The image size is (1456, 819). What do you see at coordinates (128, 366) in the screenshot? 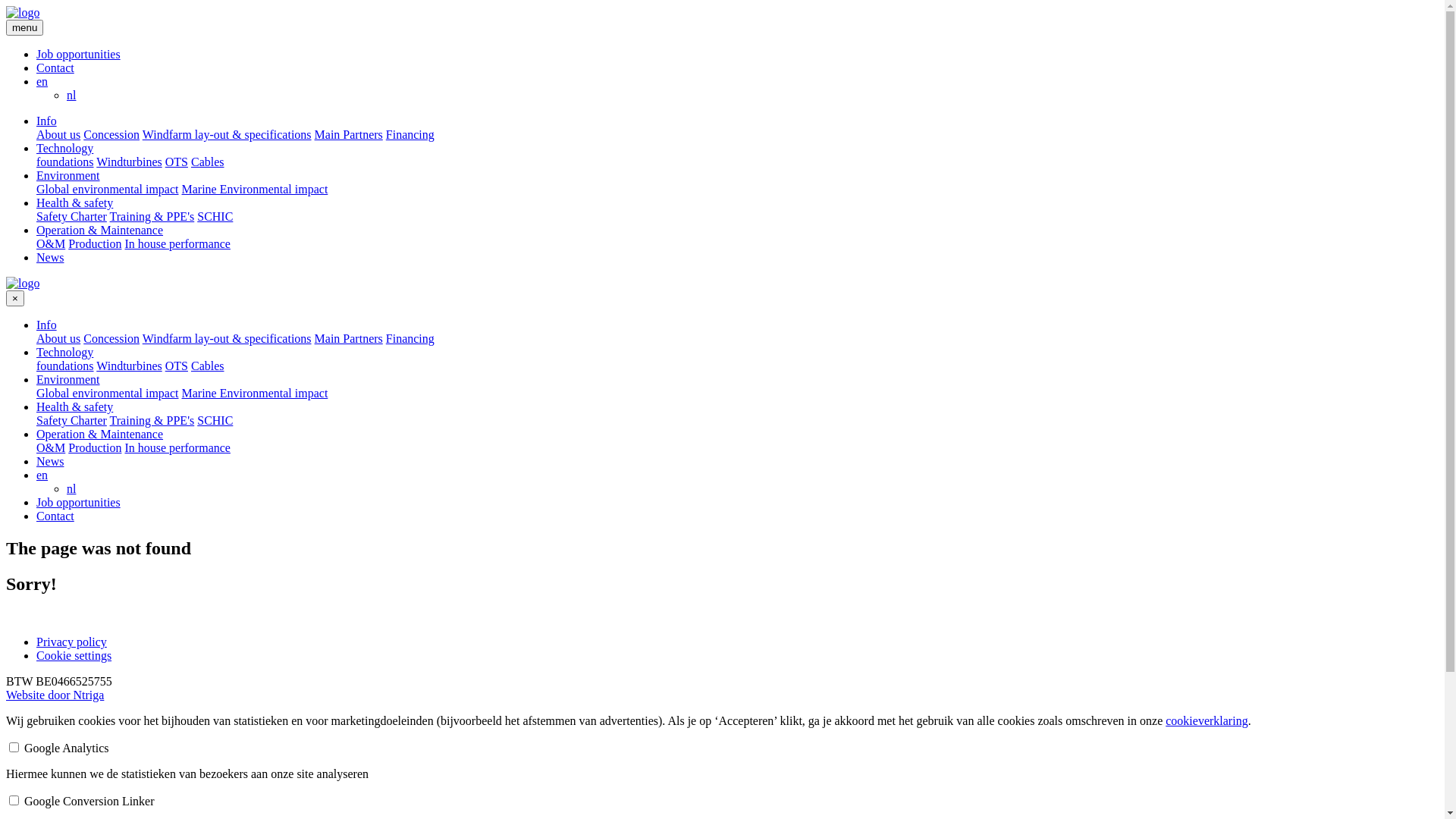
I see `'Windturbines'` at bounding box center [128, 366].